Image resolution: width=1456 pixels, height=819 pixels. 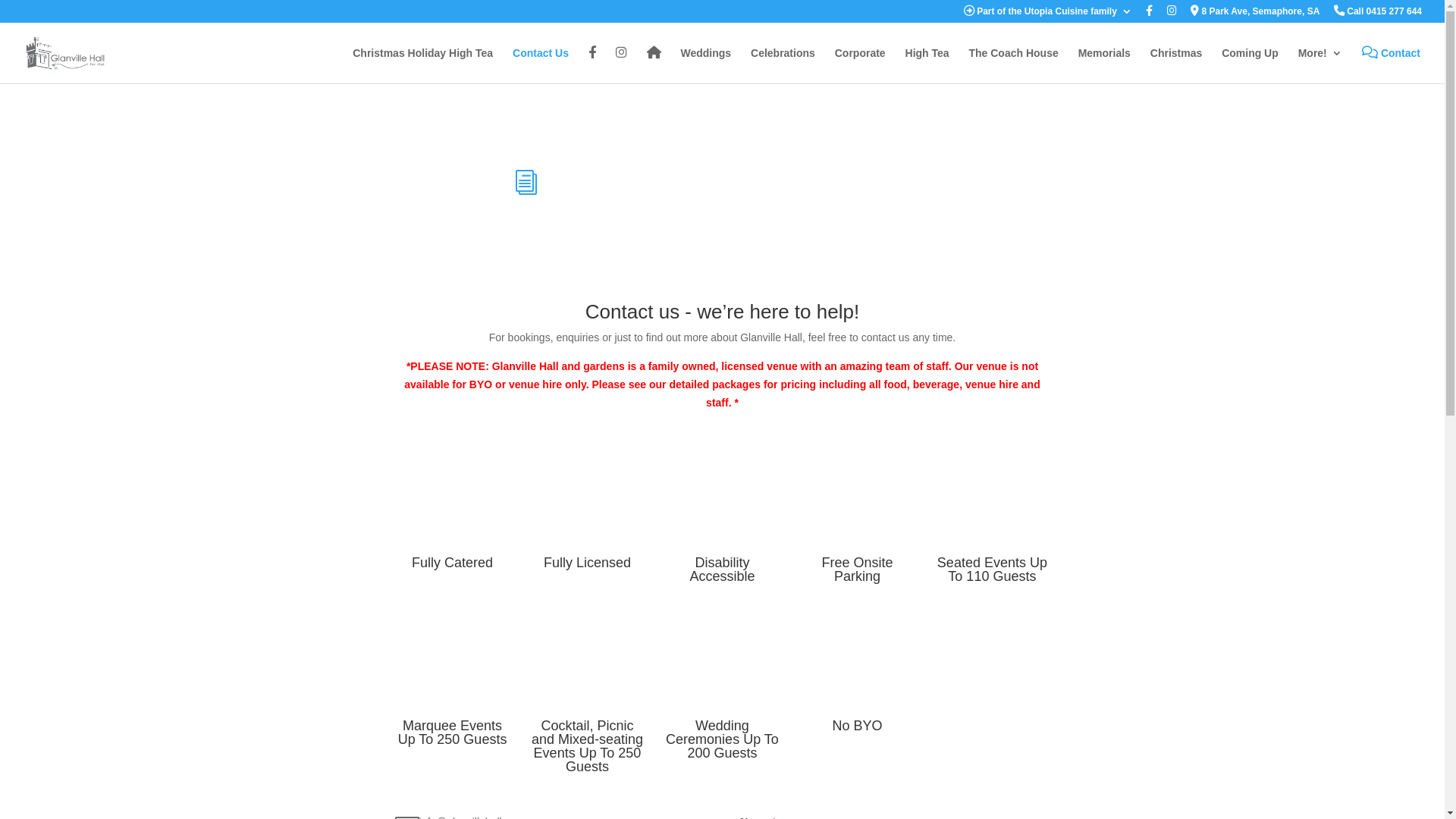 What do you see at coordinates (1391, 64) in the screenshot?
I see `'Contact'` at bounding box center [1391, 64].